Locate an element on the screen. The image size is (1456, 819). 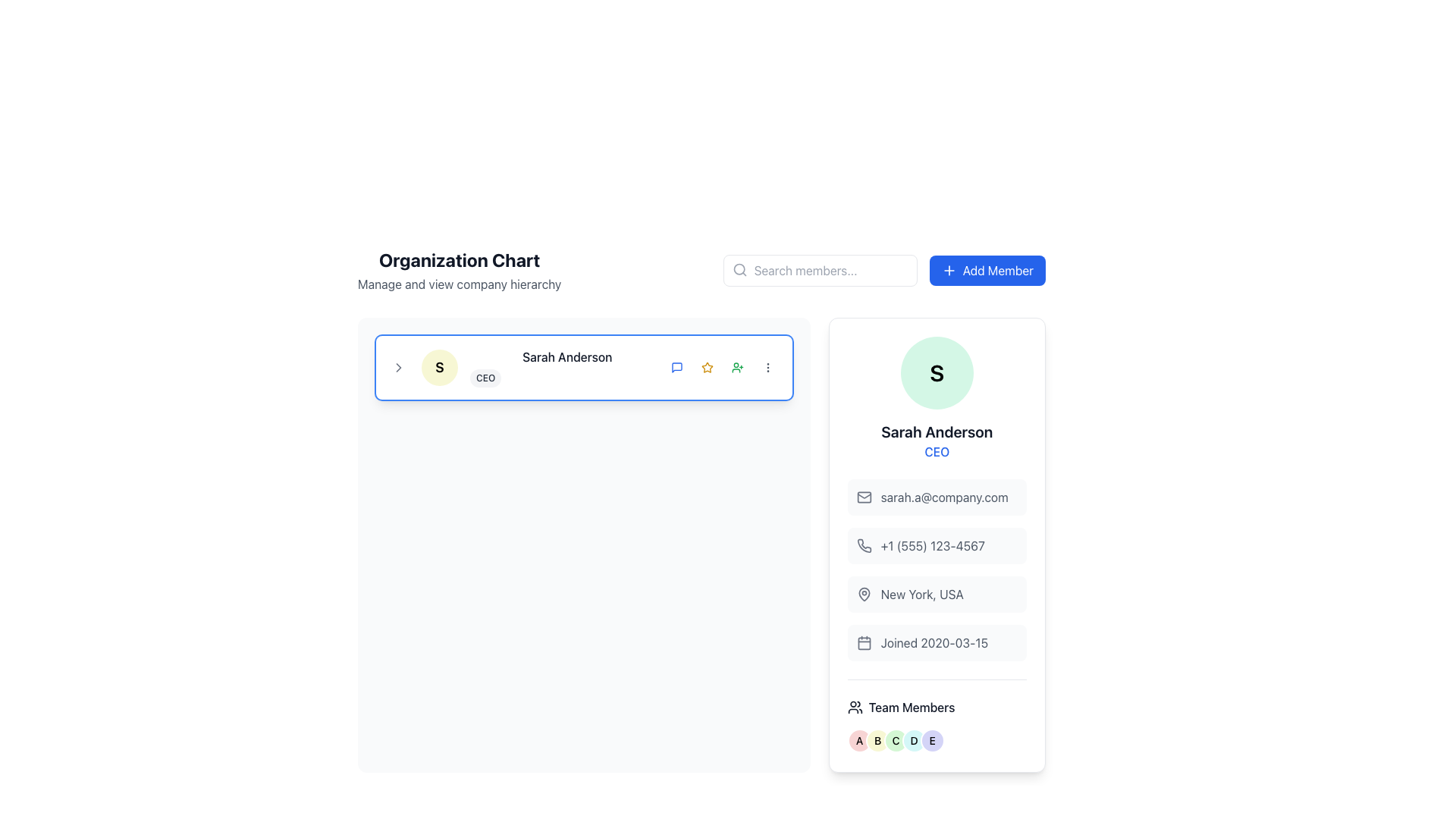
the circular avatar with the letter 'D', which is the fourth item in a horizontal list of avatars labeled 'A', 'B', 'C', 'D', 'E', located under the 'Team Members' section is located at coordinates (913, 739).